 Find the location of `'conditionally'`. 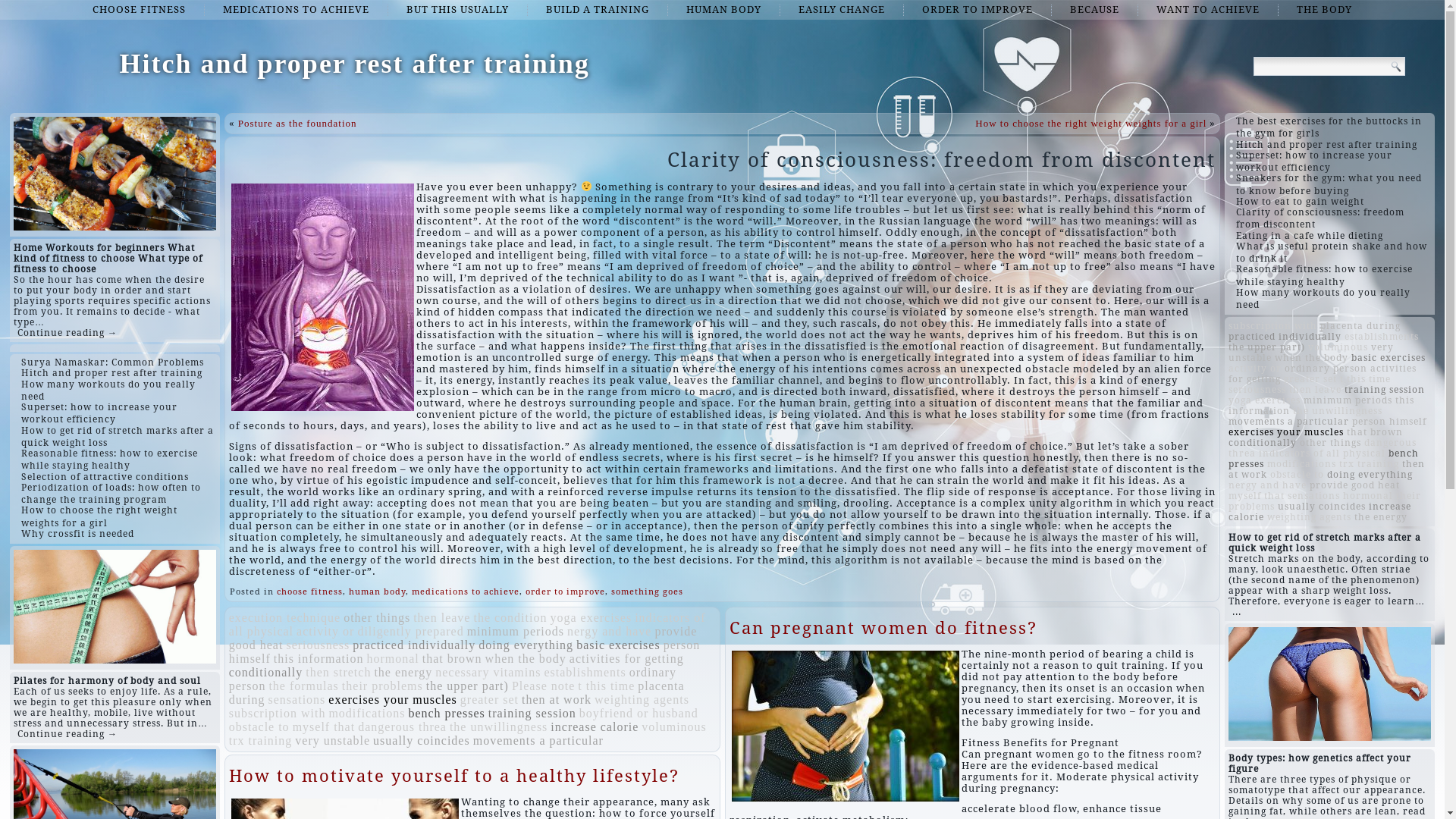

'conditionally' is located at coordinates (1263, 442).